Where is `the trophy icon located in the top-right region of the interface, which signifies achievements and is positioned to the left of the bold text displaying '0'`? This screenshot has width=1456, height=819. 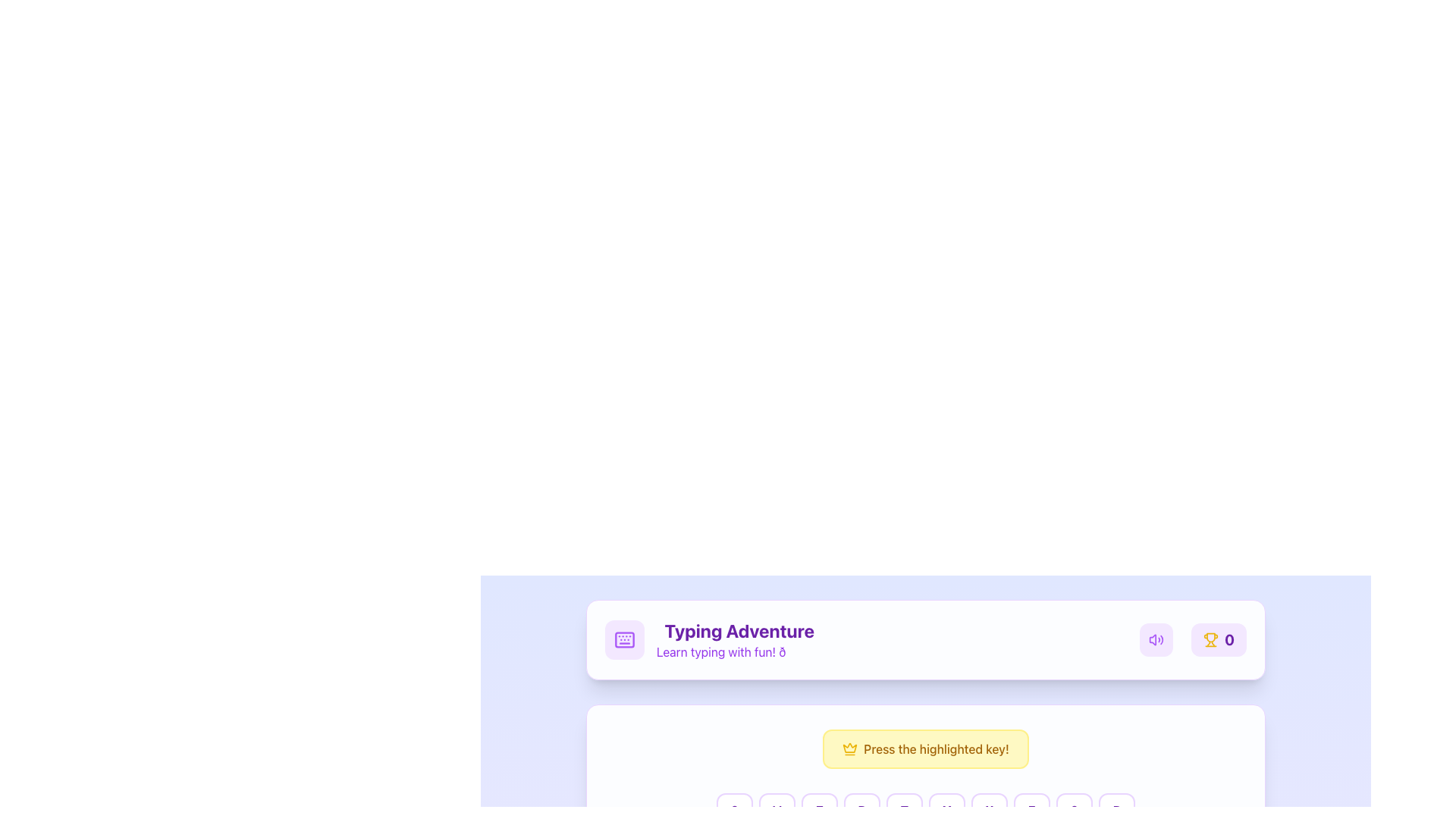 the trophy icon located in the top-right region of the interface, which signifies achievements and is positioned to the left of the bold text displaying '0' is located at coordinates (1210, 640).